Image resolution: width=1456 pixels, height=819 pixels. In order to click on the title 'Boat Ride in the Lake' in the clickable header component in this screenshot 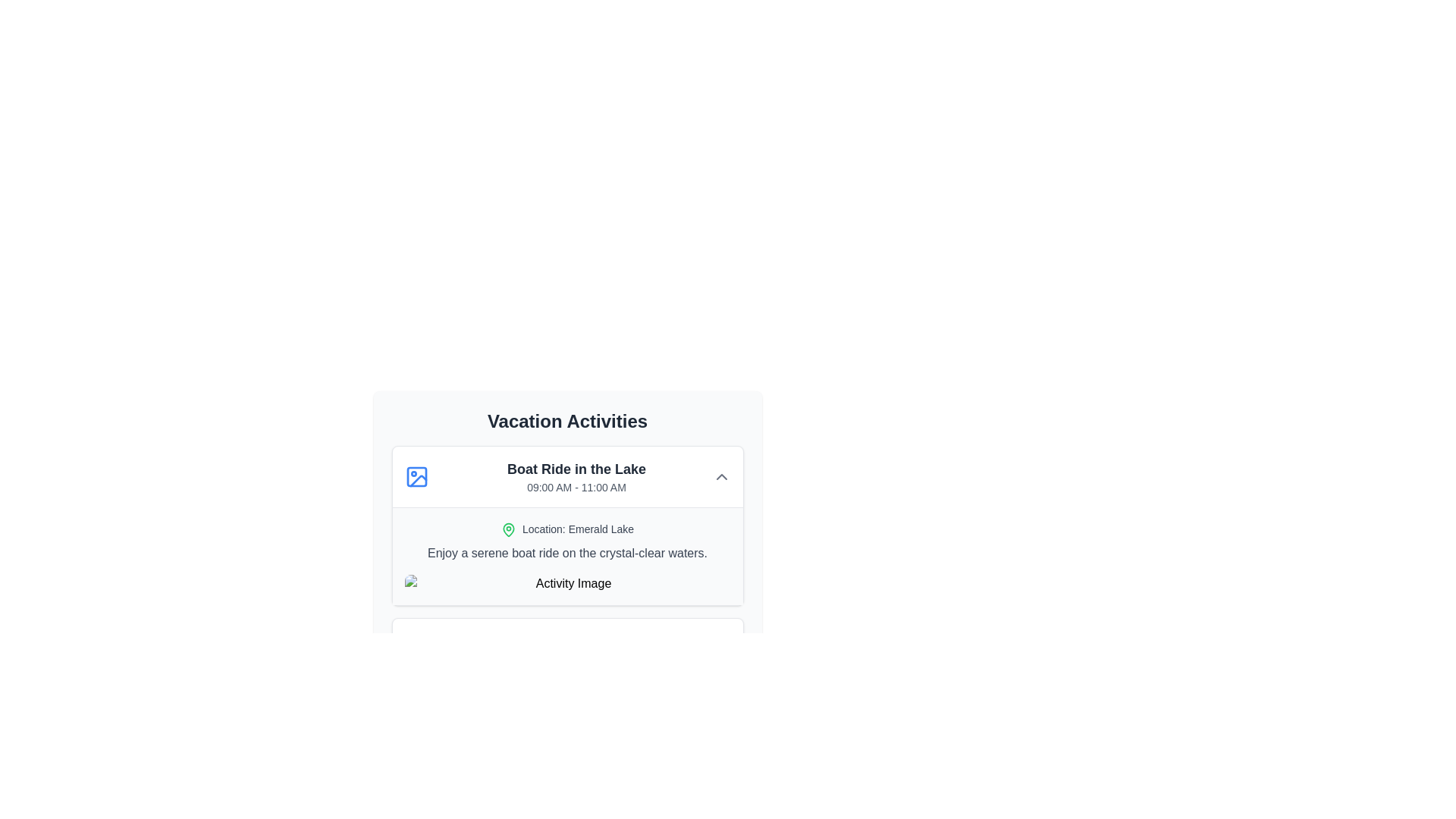, I will do `click(566, 475)`.